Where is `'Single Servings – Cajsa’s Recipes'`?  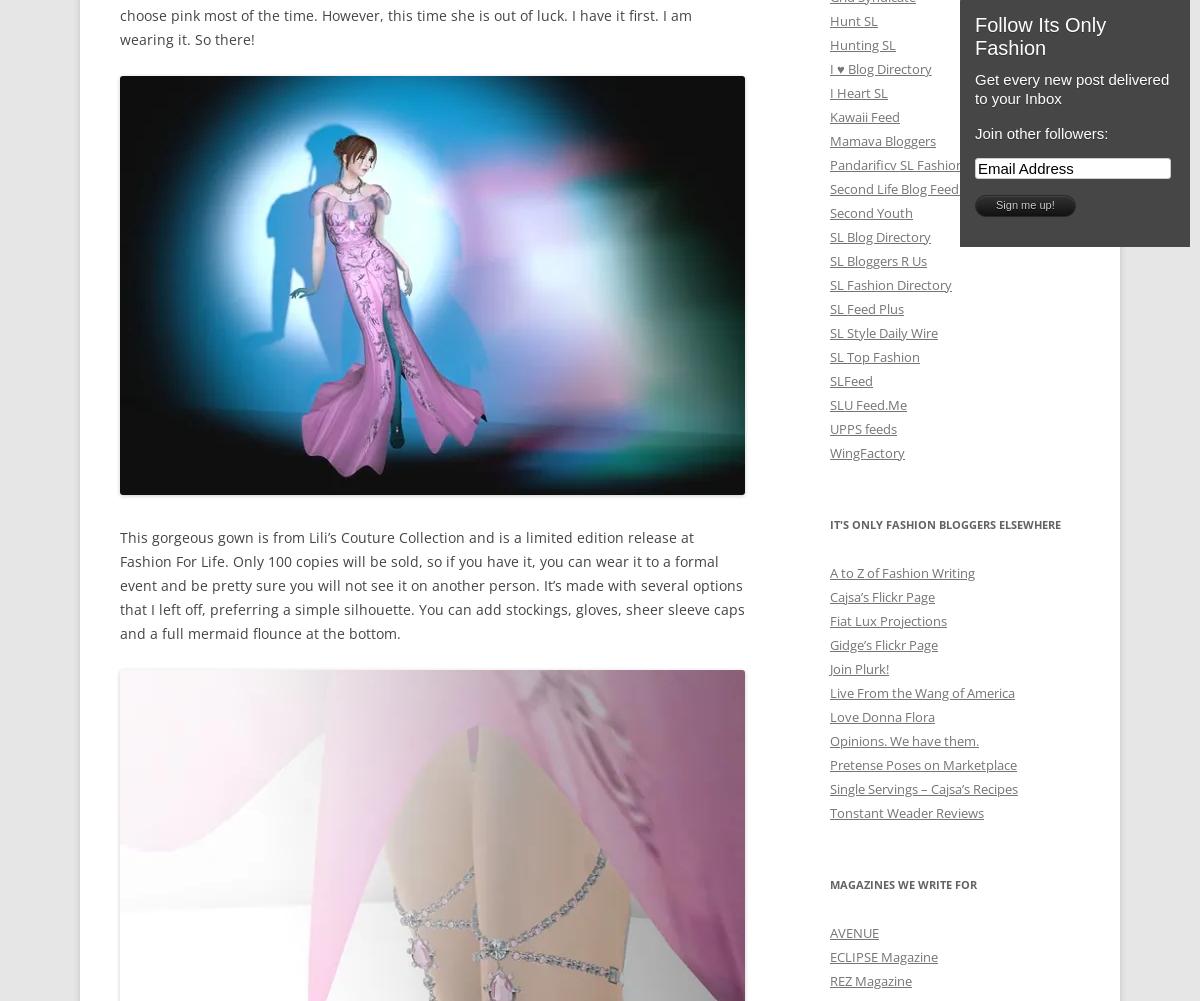
'Single Servings – Cajsa’s Recipes' is located at coordinates (924, 786).